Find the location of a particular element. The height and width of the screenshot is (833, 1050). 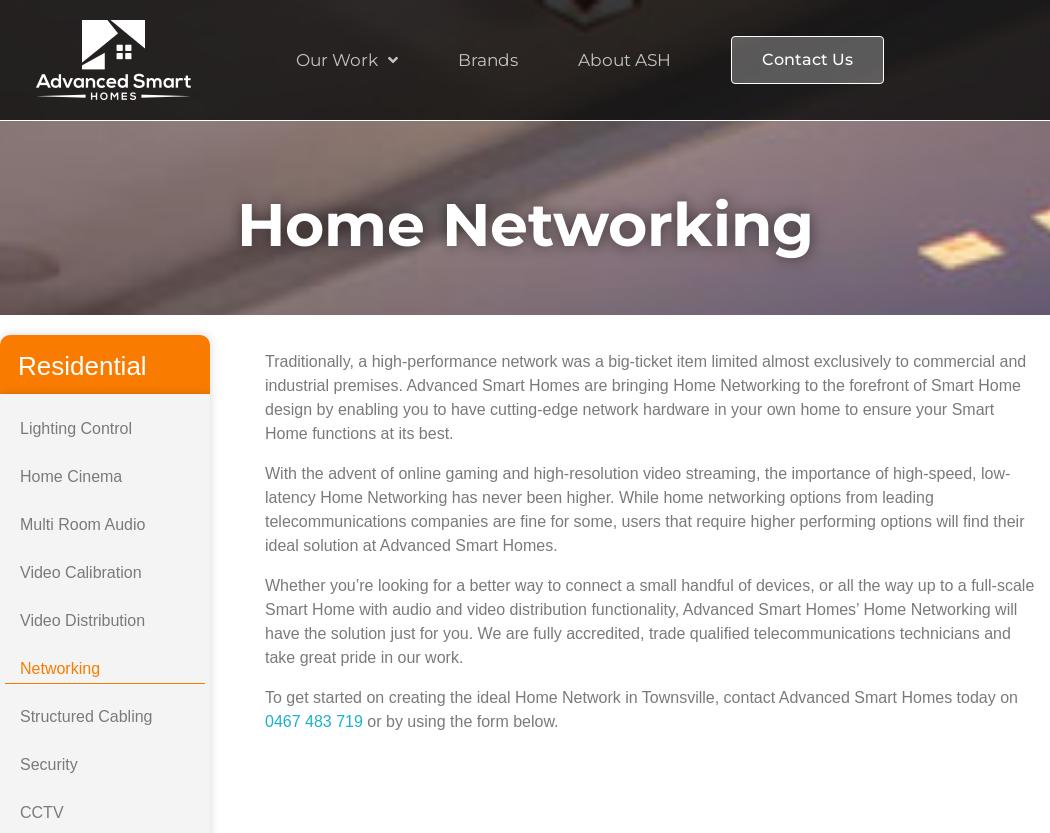

'Video Distribution' is located at coordinates (82, 620).